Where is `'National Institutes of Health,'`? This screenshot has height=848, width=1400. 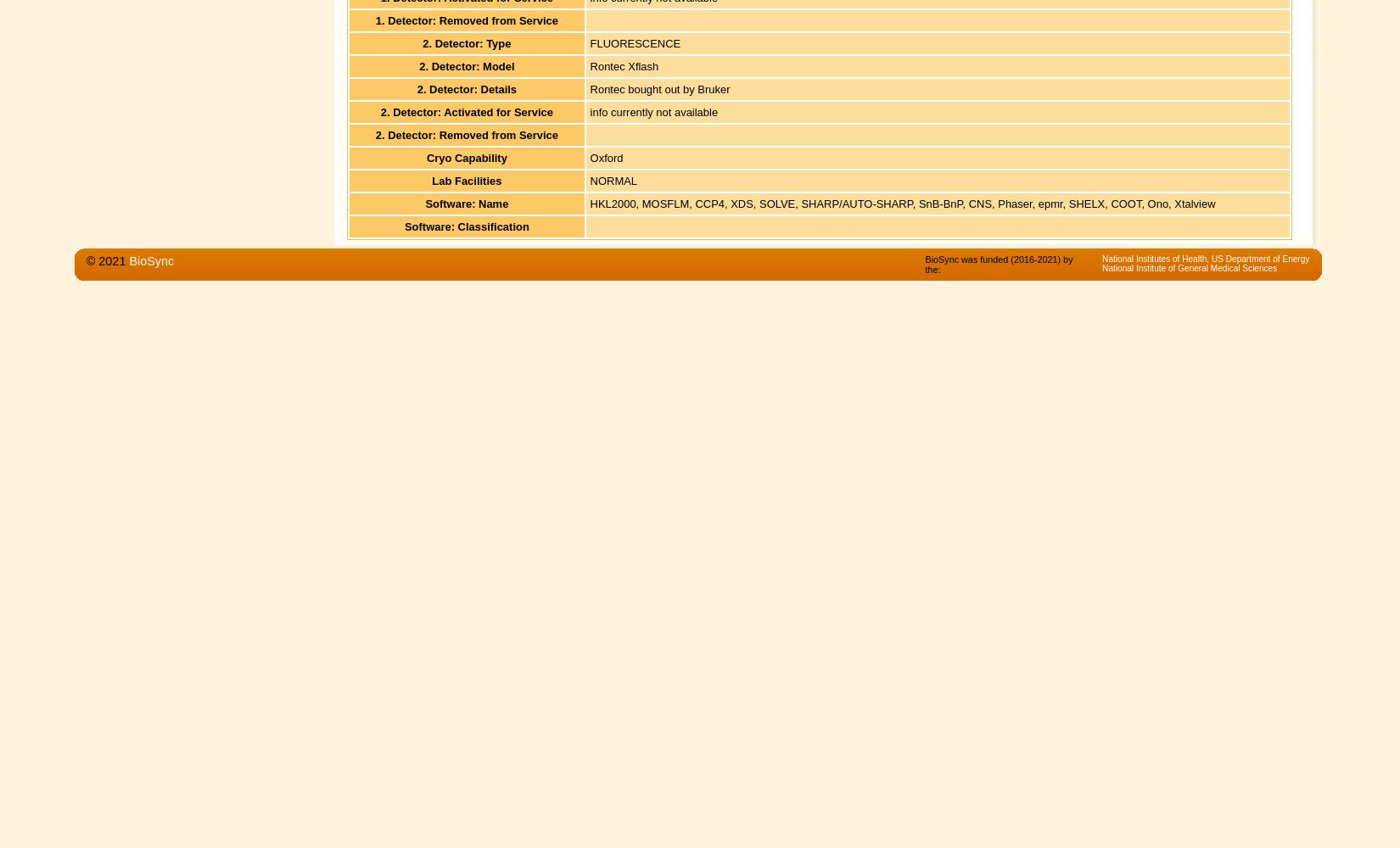 'National Institutes of Health,' is located at coordinates (1156, 258).